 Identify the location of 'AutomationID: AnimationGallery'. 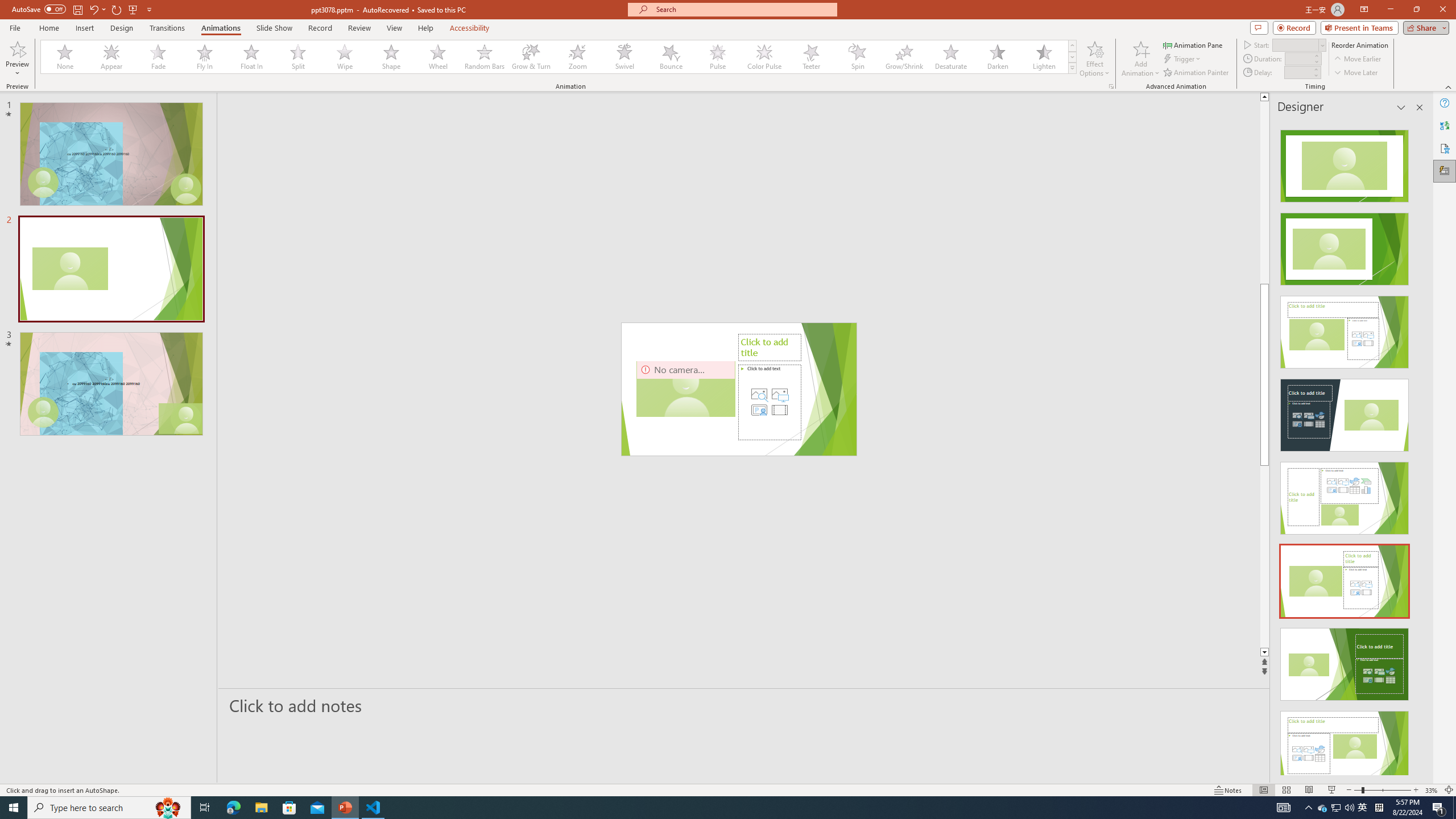
(559, 56).